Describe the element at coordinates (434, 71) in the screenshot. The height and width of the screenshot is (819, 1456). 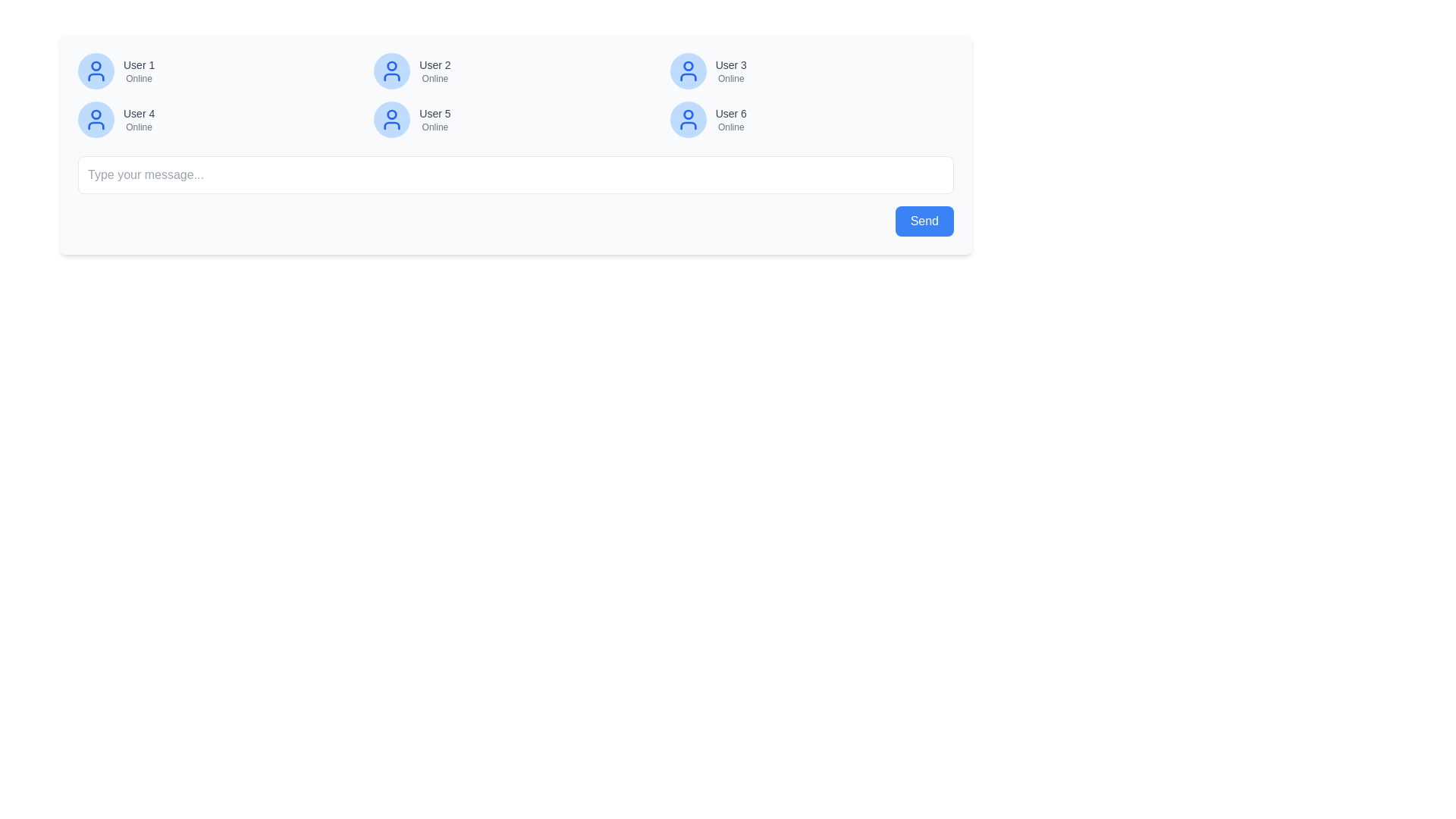
I see `the text block displaying 'User 2' in bold gray text and 'Online' in smaller gray text, which is the second entry in the user list` at that location.